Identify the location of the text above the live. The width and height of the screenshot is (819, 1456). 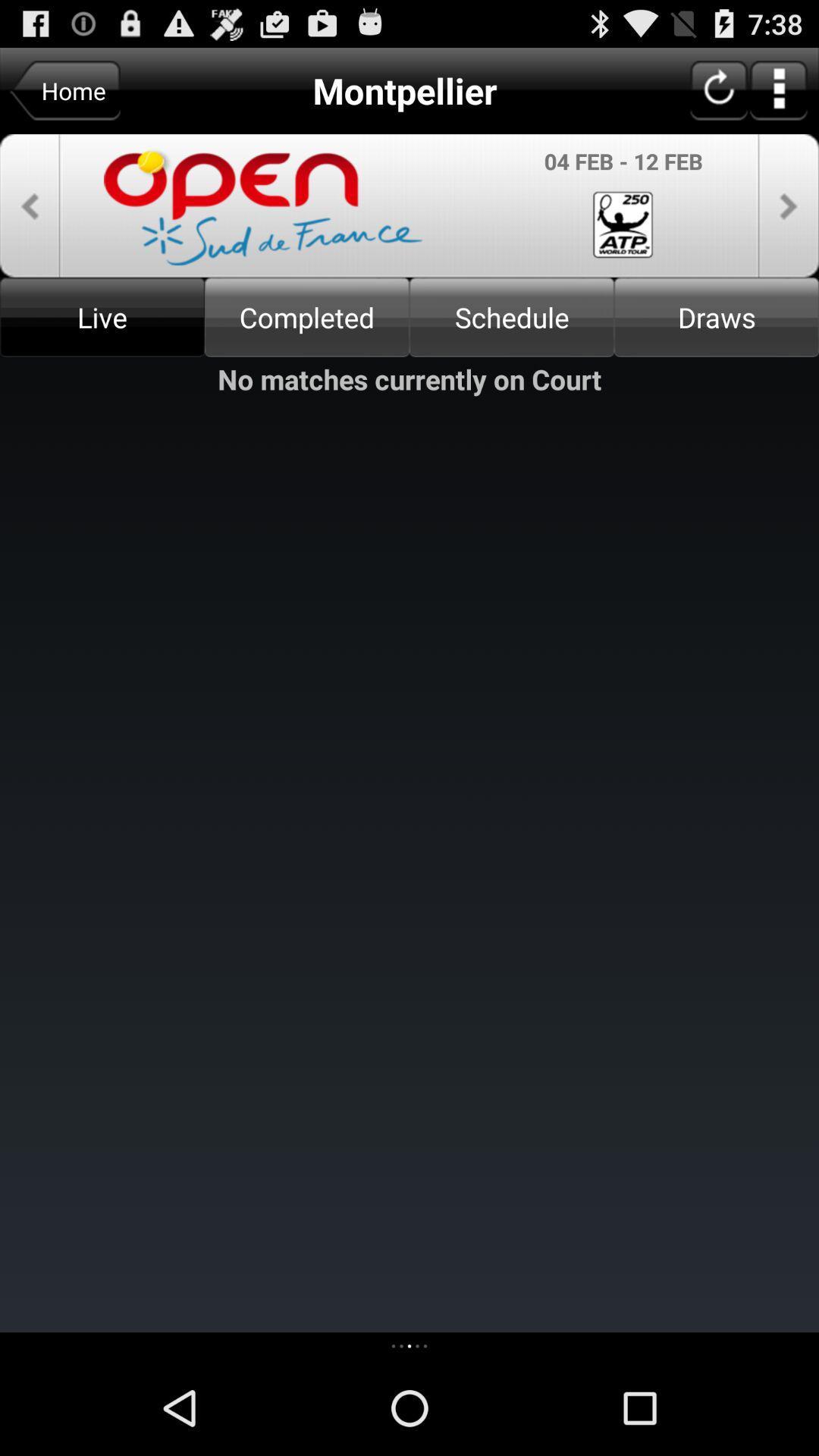
(262, 205).